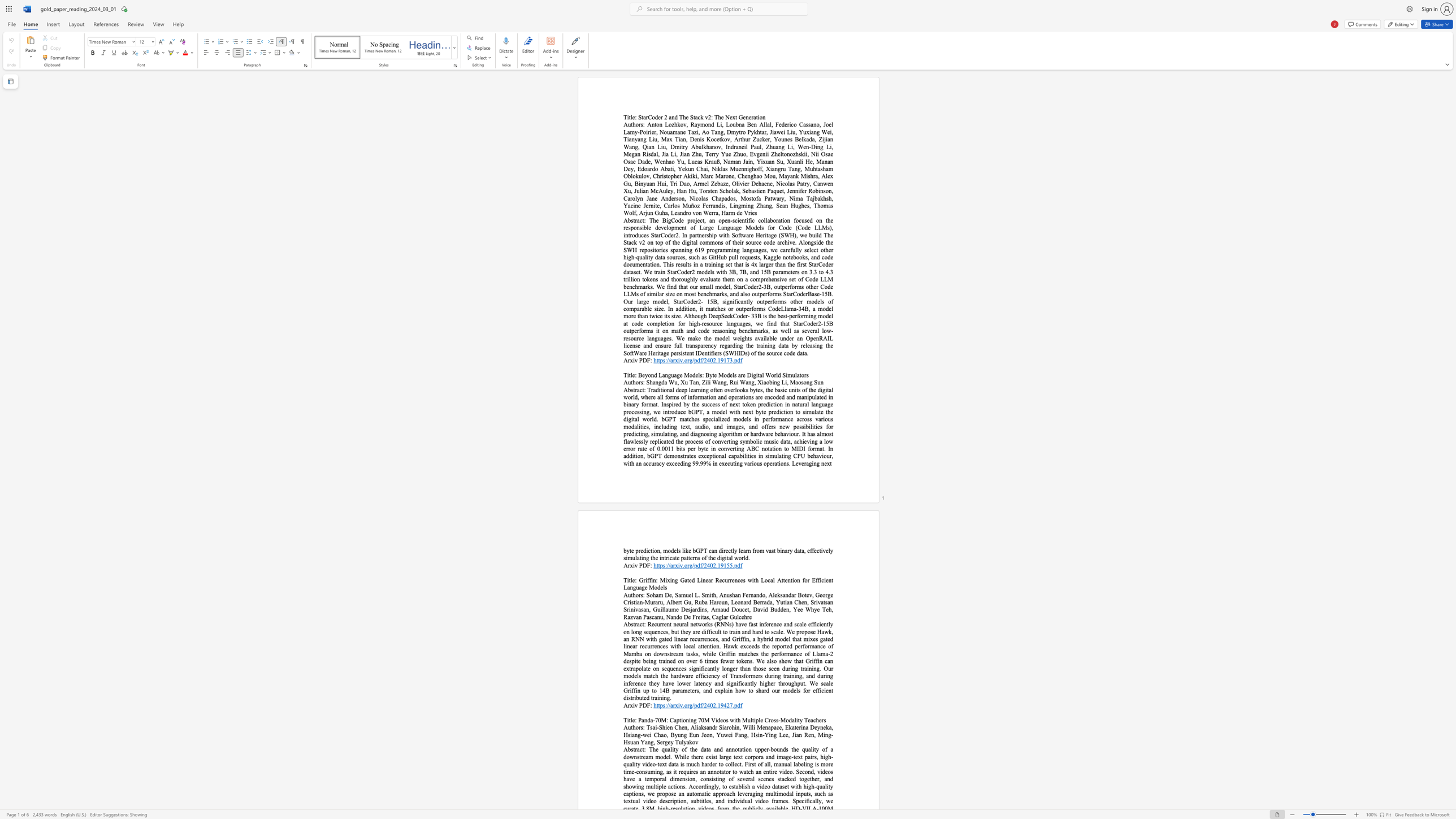 This screenshot has height=819, width=1456. Describe the element at coordinates (632, 705) in the screenshot. I see `the subset text "iv PDF:" within the text "Arxiv PDF:"` at that location.